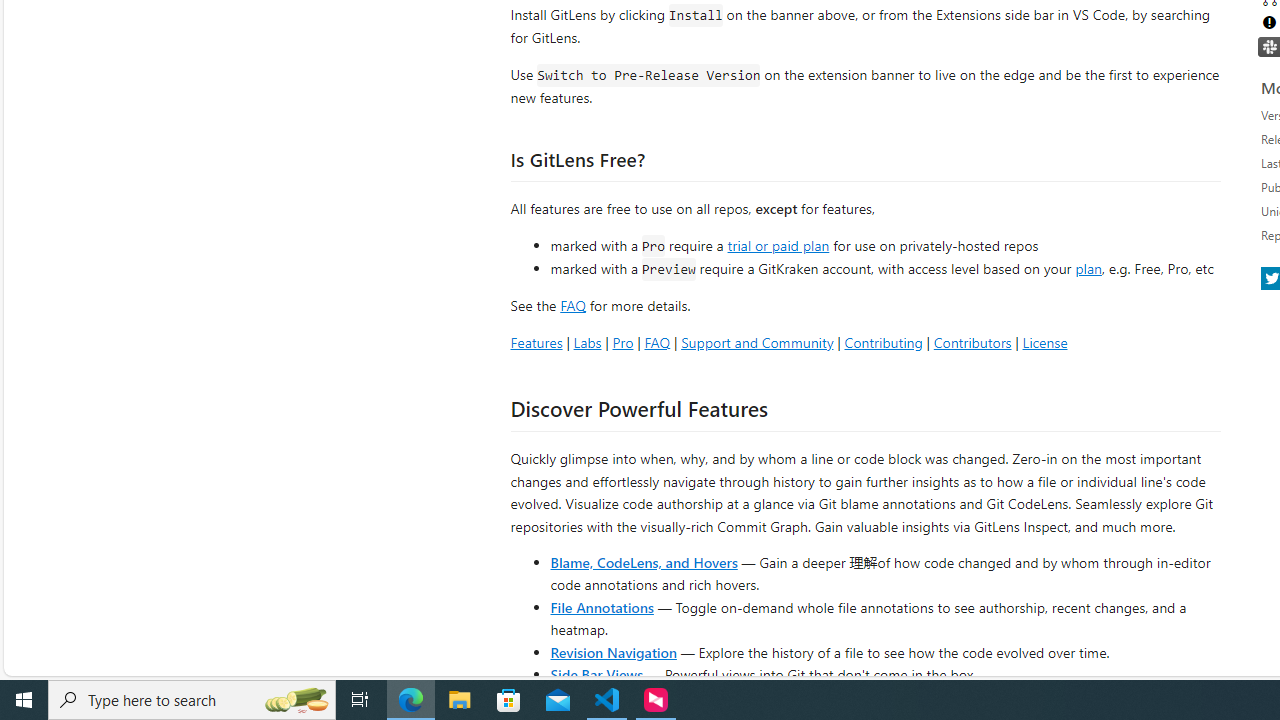 The image size is (1280, 720). I want to click on 'Revision Navigation', so click(612, 651).